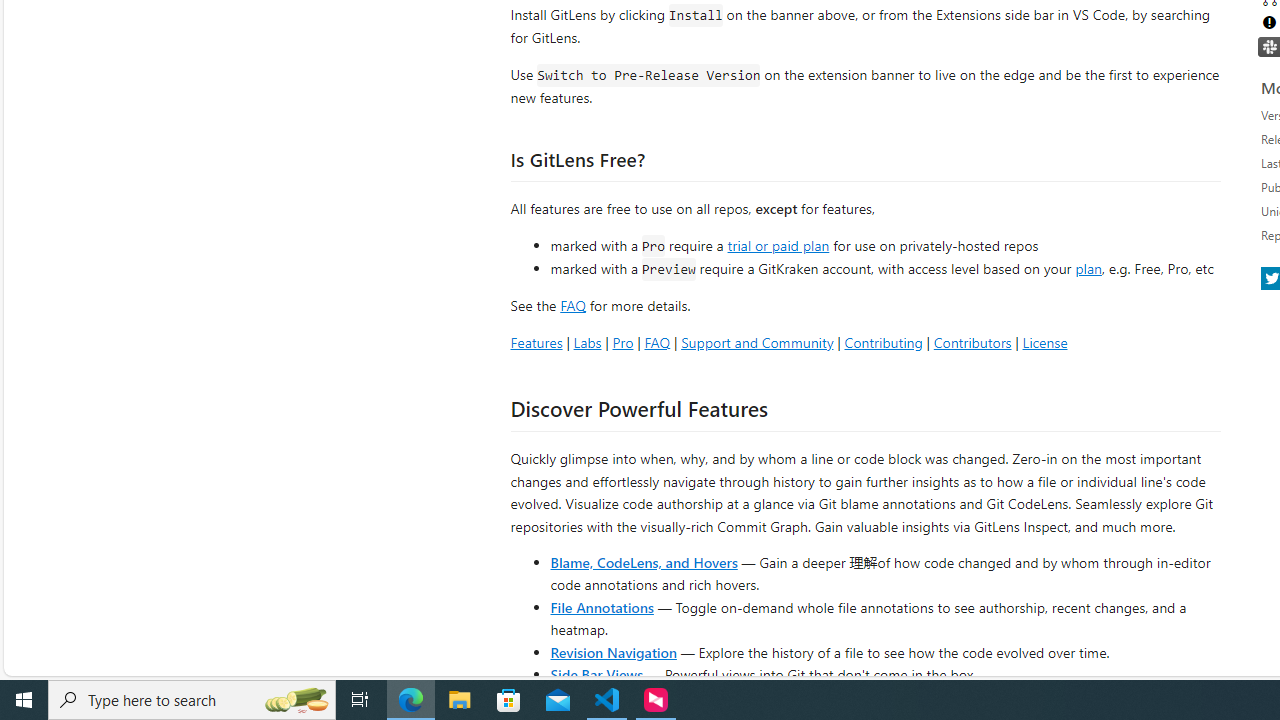 The image size is (1280, 720). I want to click on 'Revision Navigation', so click(612, 651).